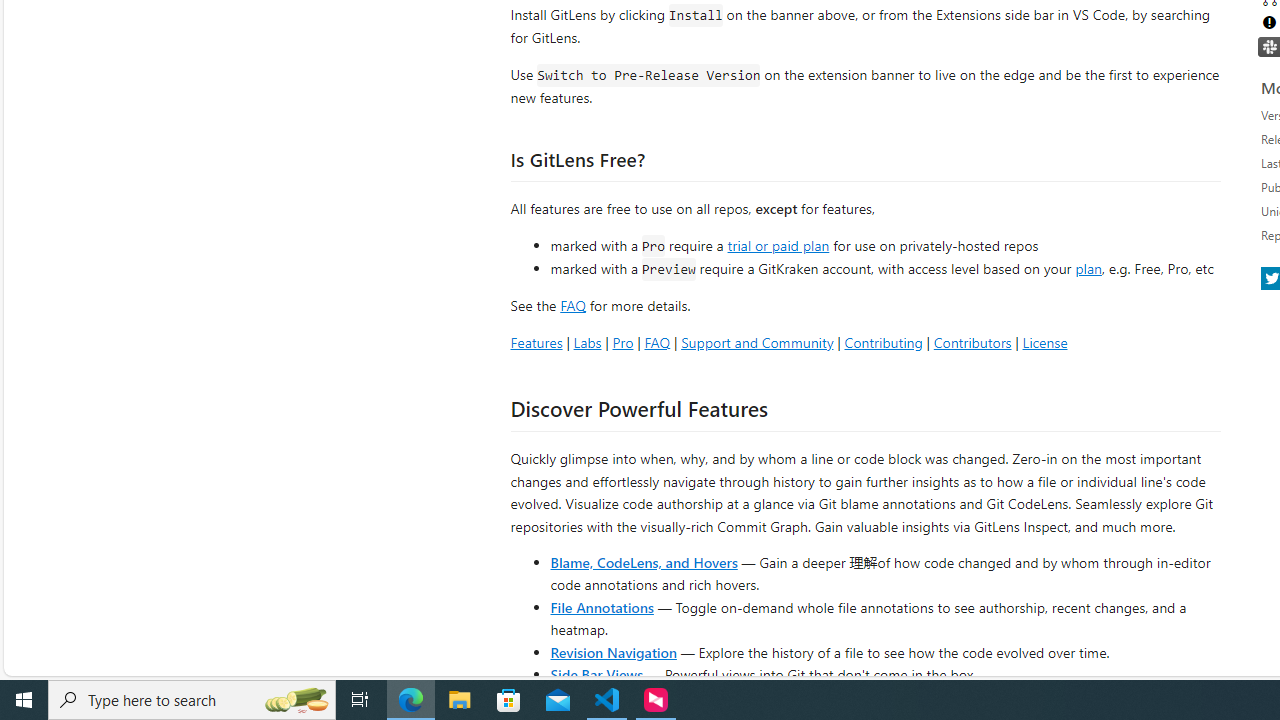 The image size is (1280, 720). I want to click on 'Revision Navigation', so click(612, 651).